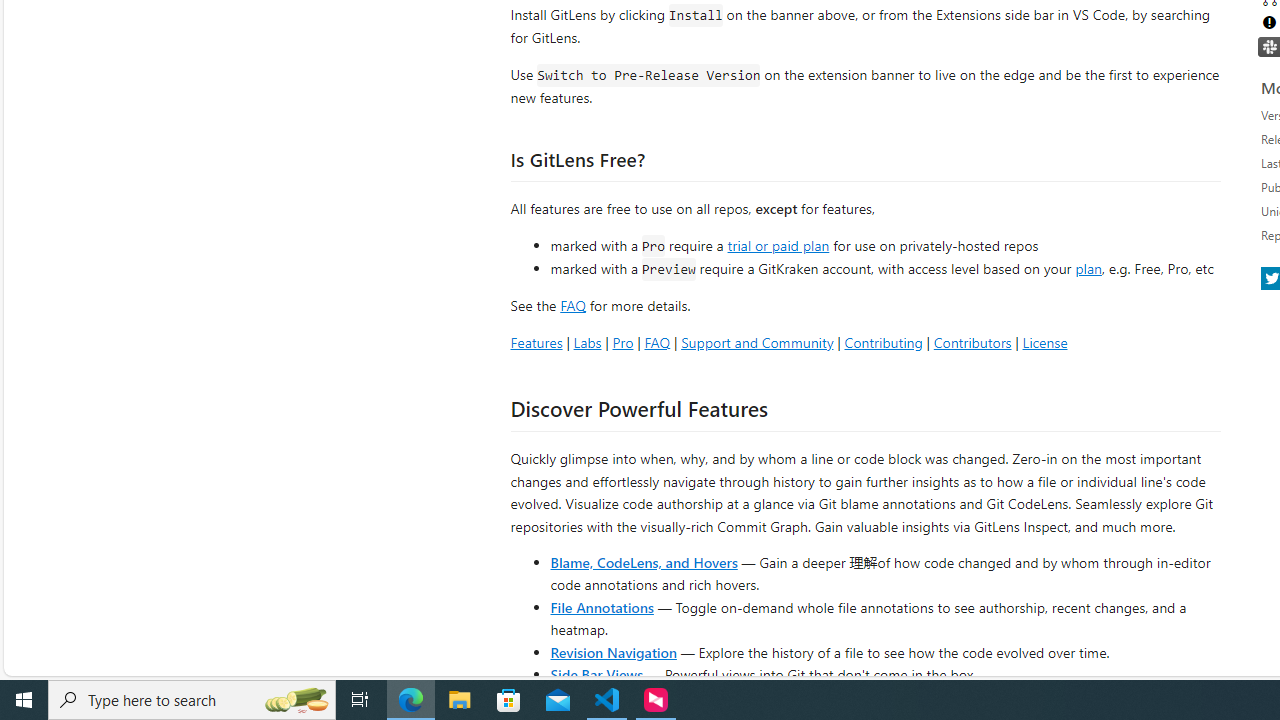 The image size is (1280, 720). I want to click on 'Revision Navigation', so click(612, 651).